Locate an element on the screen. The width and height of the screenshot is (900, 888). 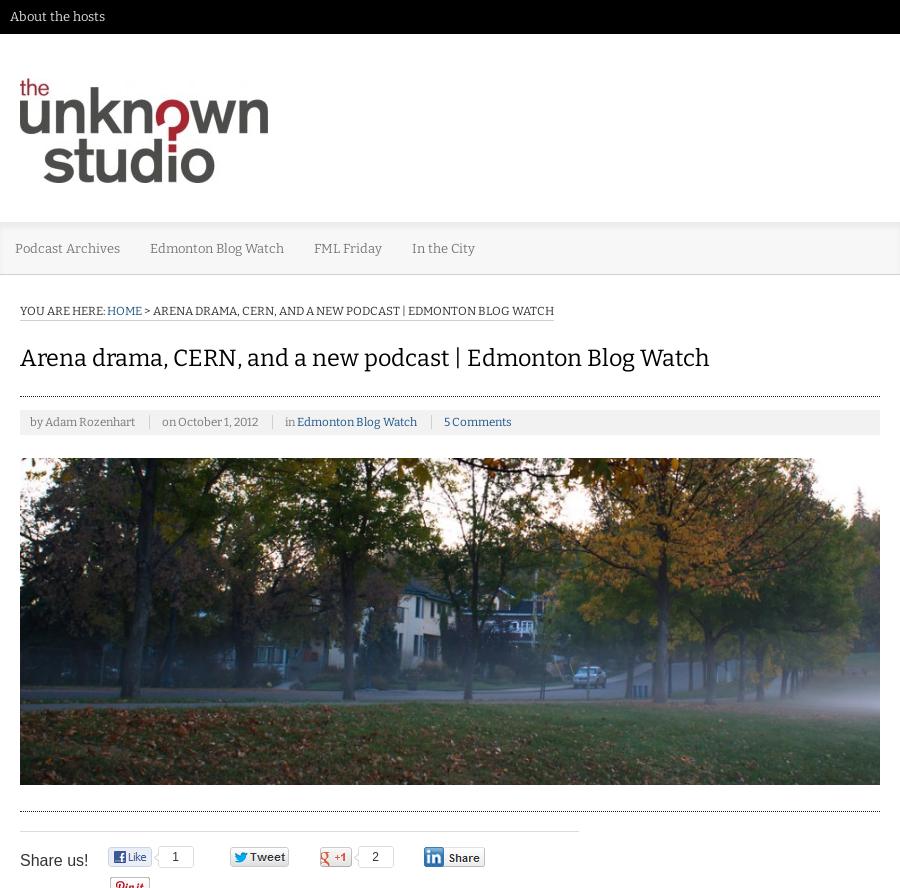
'Podcast Archives' is located at coordinates (66, 248).